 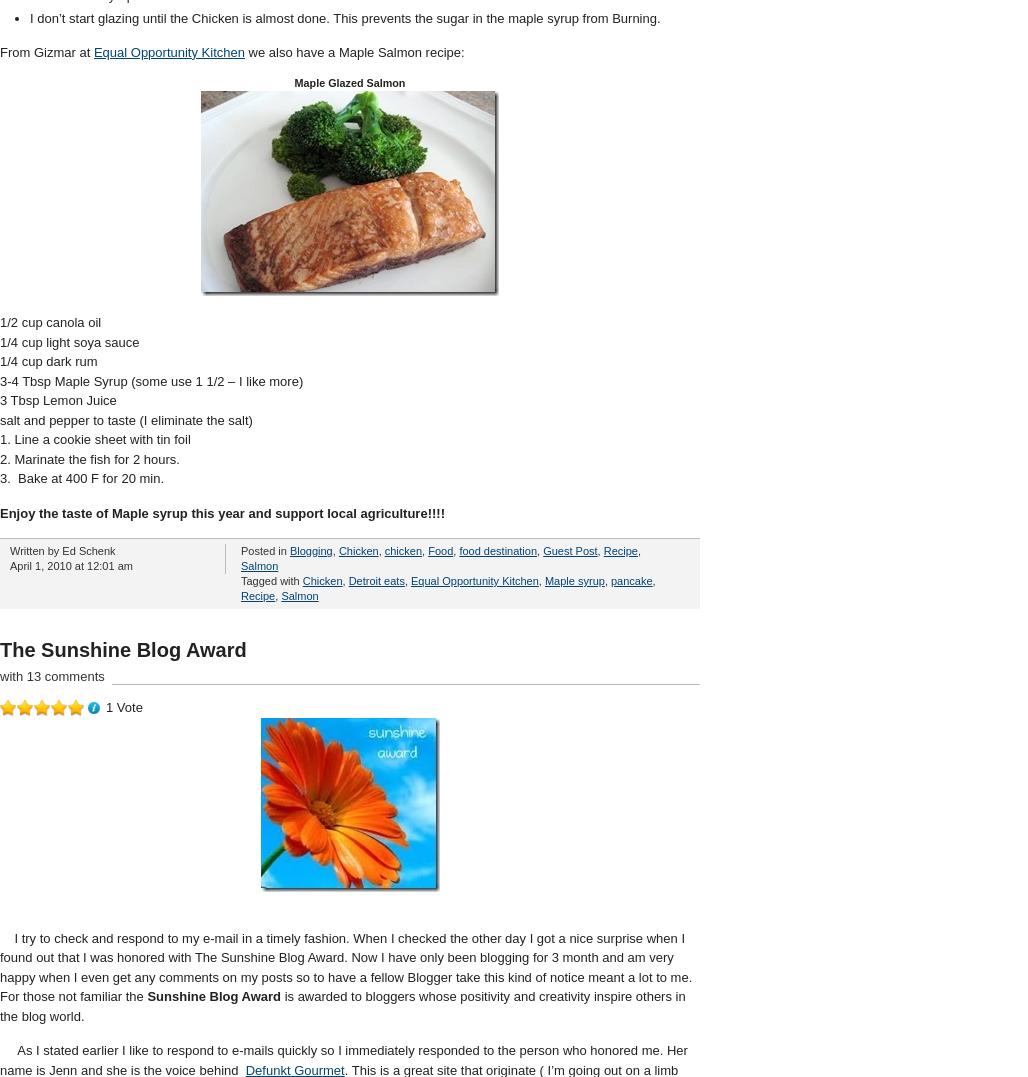 What do you see at coordinates (221, 511) in the screenshot?
I see `'Enjoy the taste of Maple syrup this year and support local agriculture!!!!'` at bounding box center [221, 511].